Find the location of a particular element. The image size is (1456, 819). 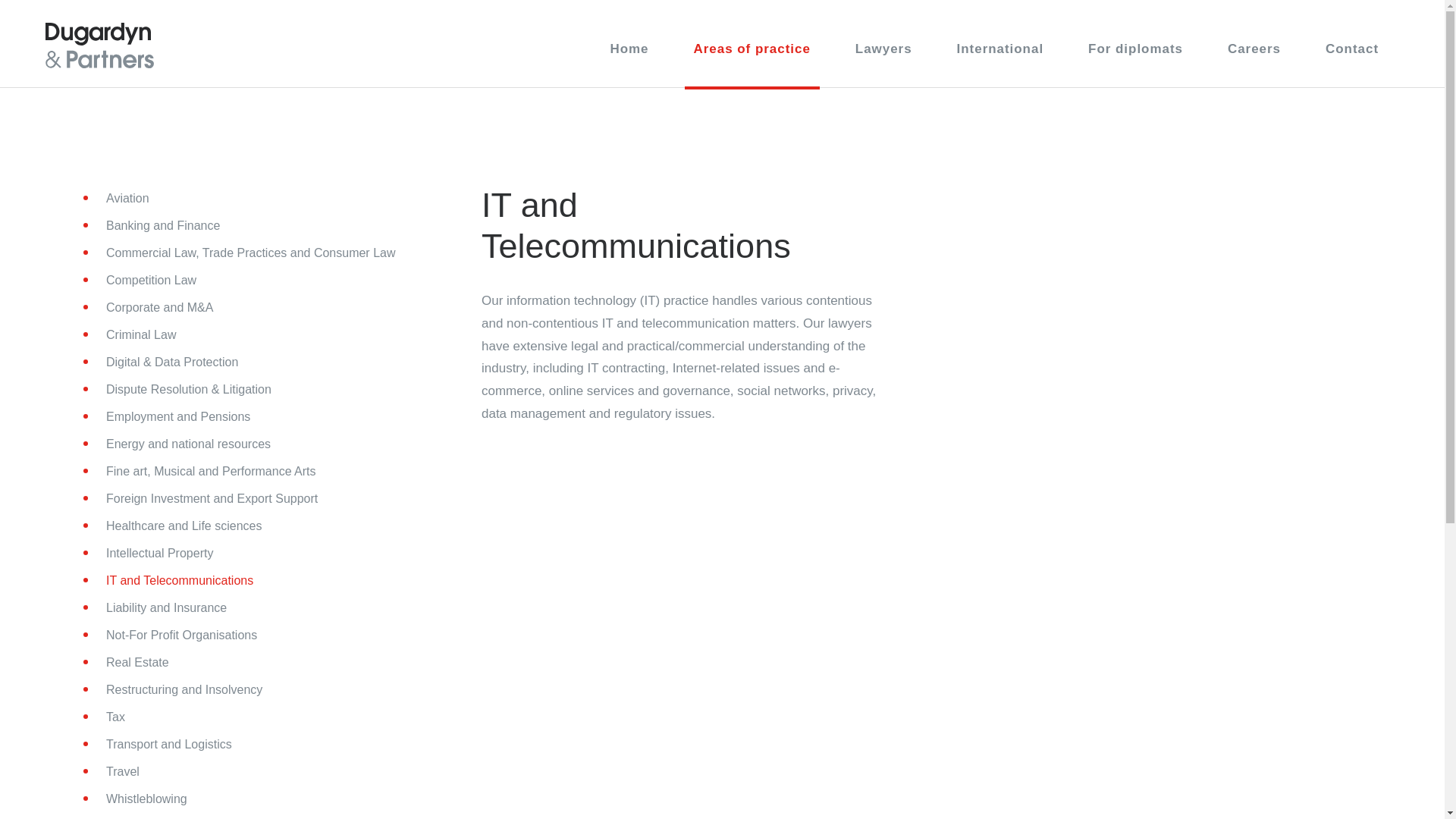

'Contact' is located at coordinates (1351, 54).